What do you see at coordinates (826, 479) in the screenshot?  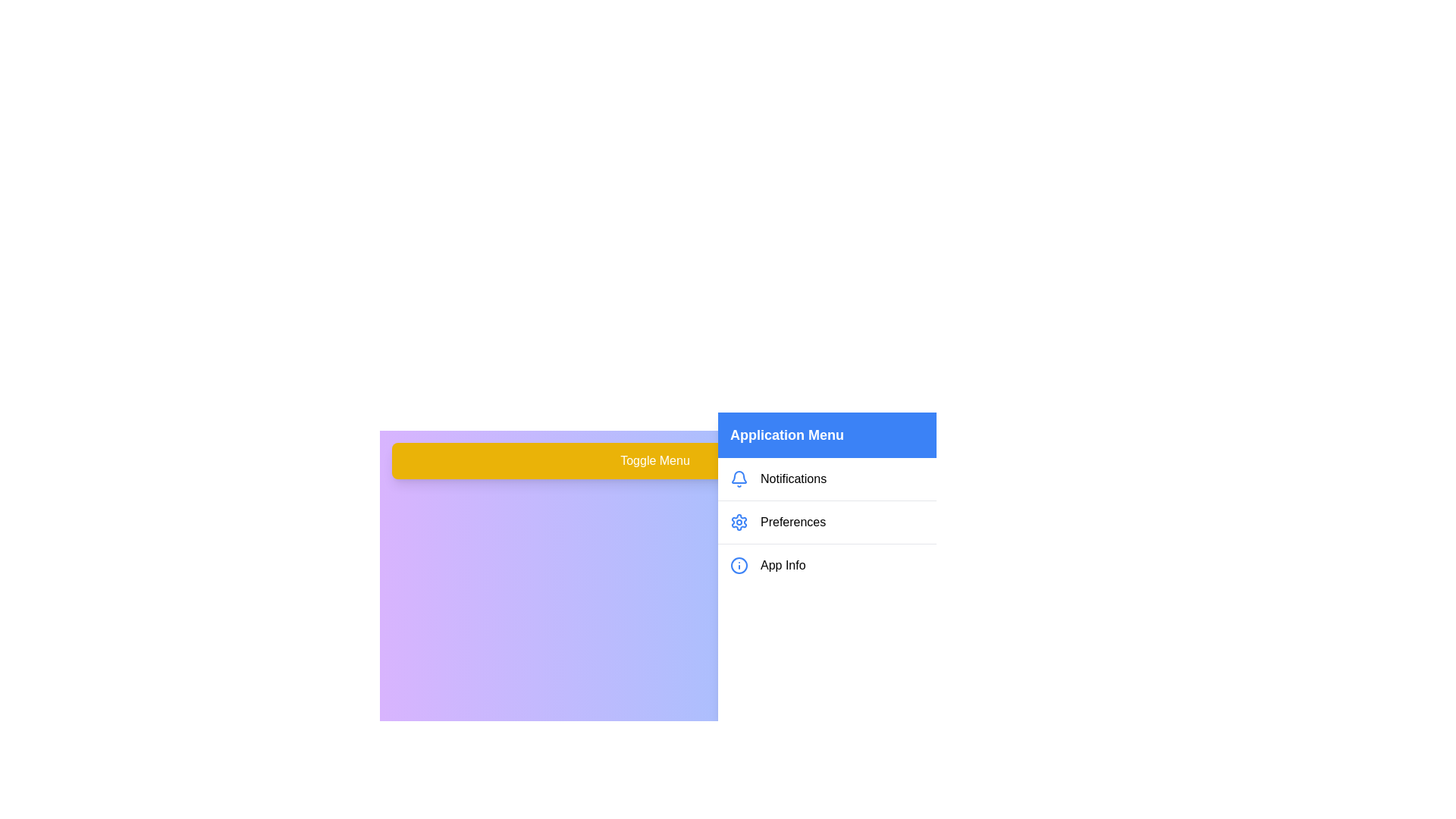 I see `the 'Notifications' menu item` at bounding box center [826, 479].